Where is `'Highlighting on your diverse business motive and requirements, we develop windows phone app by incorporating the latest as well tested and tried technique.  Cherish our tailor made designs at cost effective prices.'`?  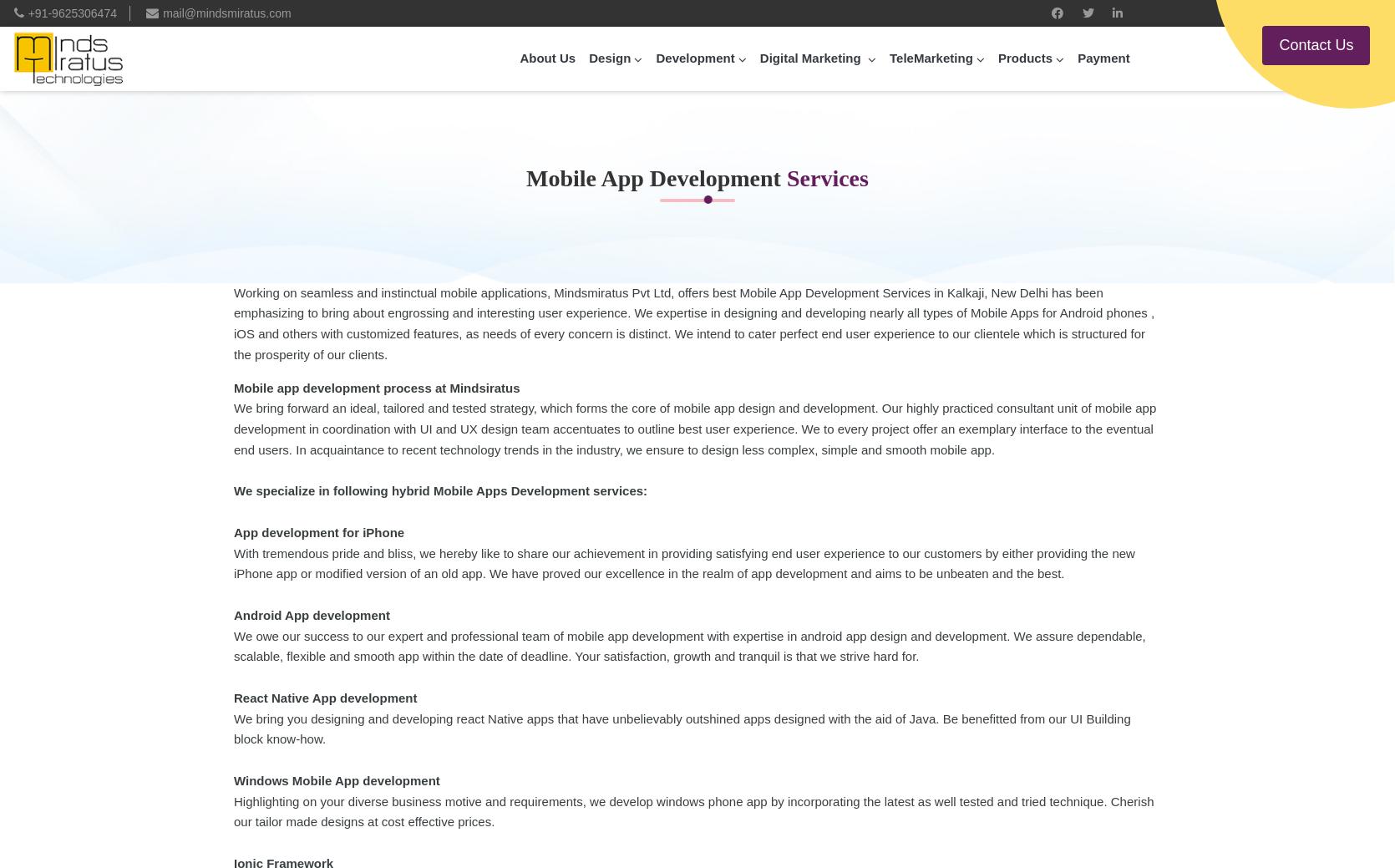 'Highlighting on your diverse business motive and requirements, we develop windows phone app by incorporating the latest as well tested and tried technique.  Cherish our tailor made designs at cost effective prices.' is located at coordinates (233, 811).